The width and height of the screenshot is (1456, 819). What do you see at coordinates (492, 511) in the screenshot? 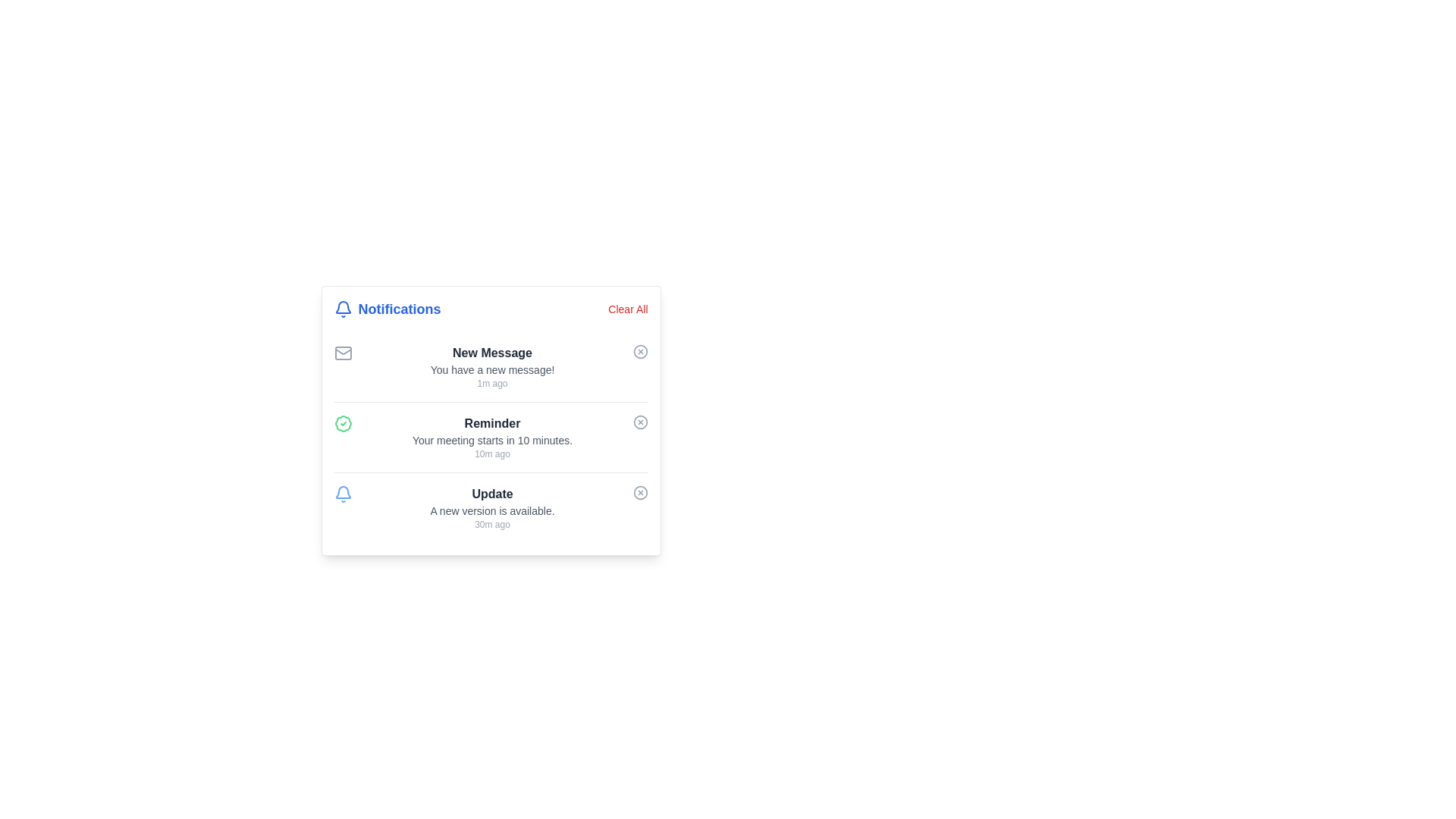
I see `the Text label that provides supplementary information for a notification about a new version being available, positioned below the 'Update' headline and above the timestamp '30m ago'` at bounding box center [492, 511].